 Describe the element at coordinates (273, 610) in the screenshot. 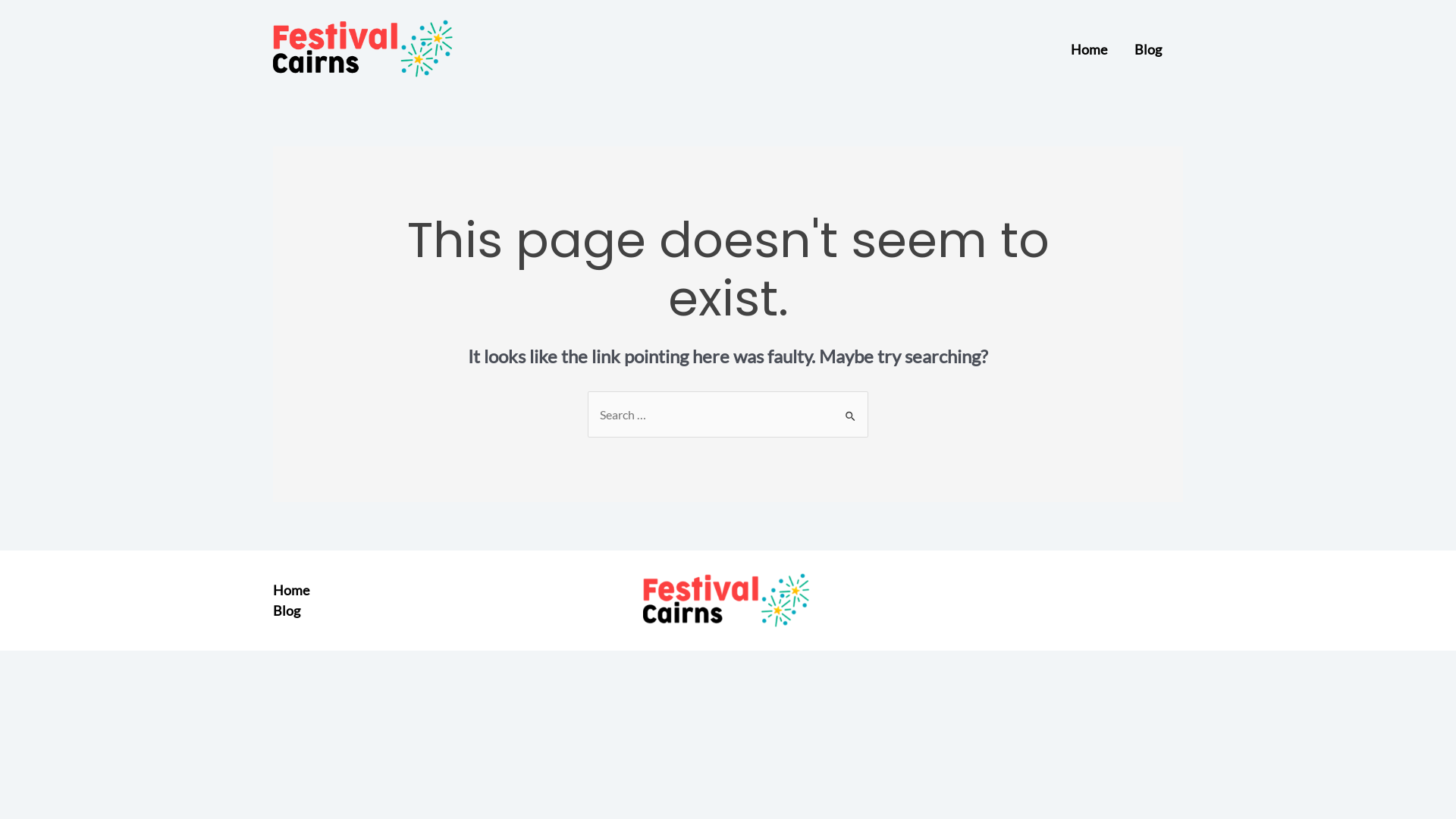

I see `'Blog'` at that location.